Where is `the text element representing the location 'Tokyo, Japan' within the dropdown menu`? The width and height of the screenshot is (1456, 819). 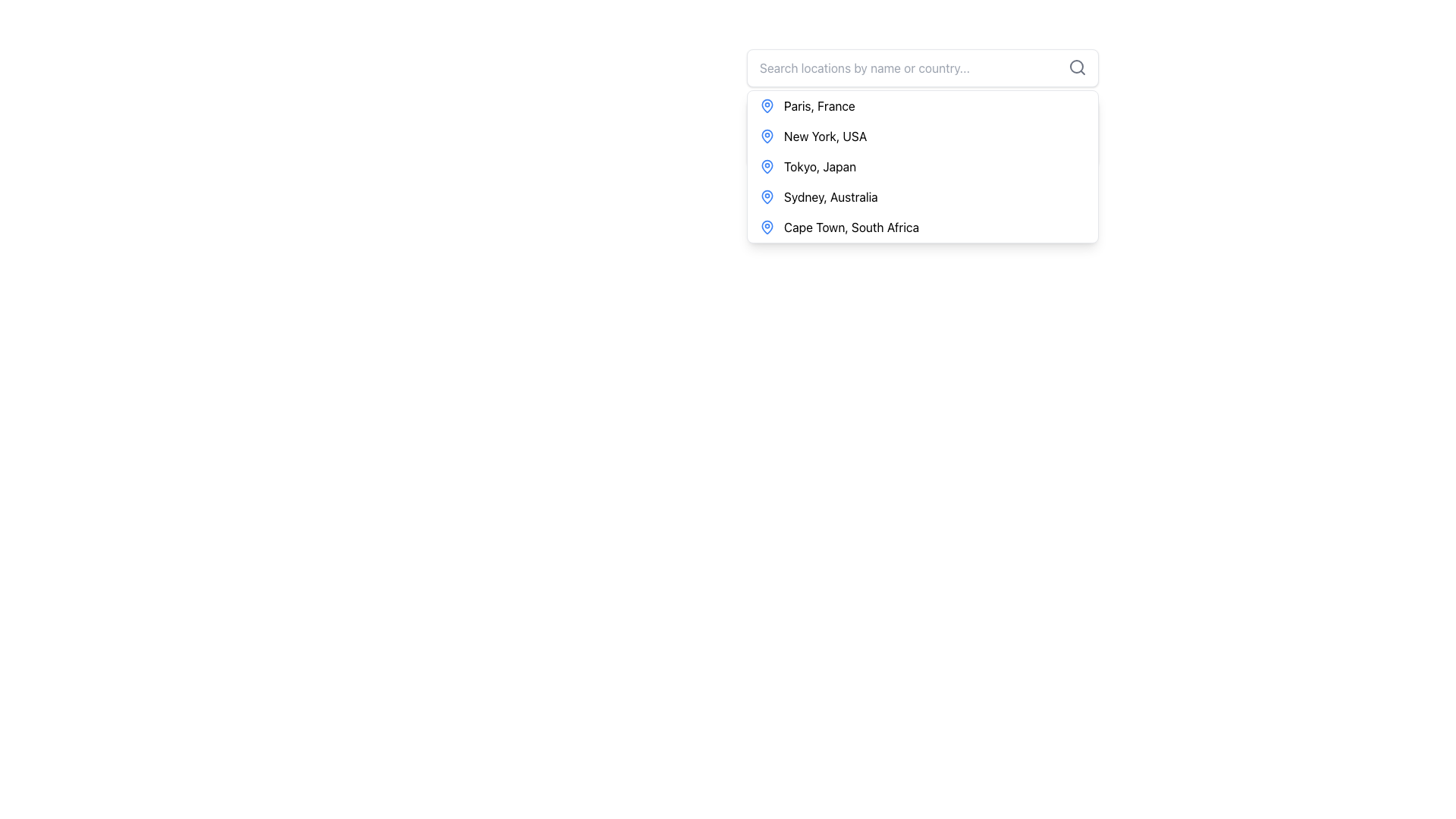 the text element representing the location 'Tokyo, Japan' within the dropdown menu is located at coordinates (819, 166).